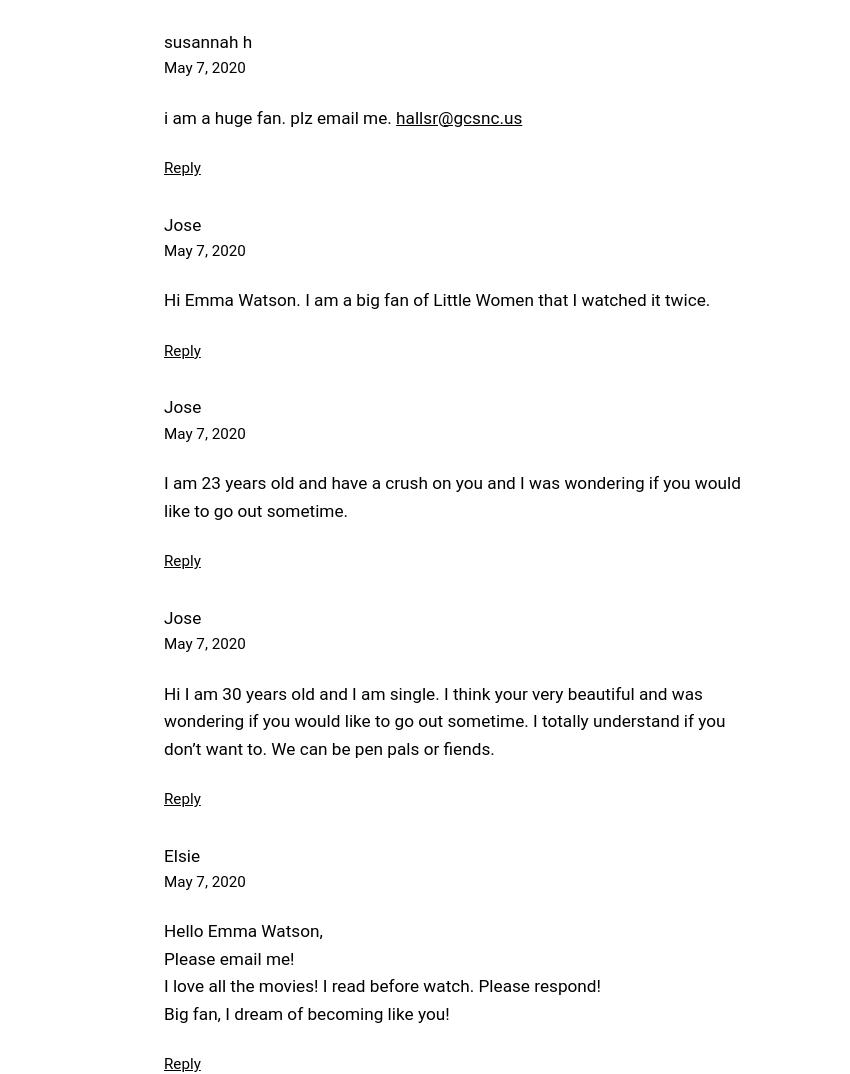 The height and width of the screenshot is (1074, 850). I want to click on 'Hi I am 30 years old and I am single. I think your very beautiful and was wondering if you would like to go out sometime. I totally understand if you don’t want to. We can be pen pals or fiends.', so click(443, 720).